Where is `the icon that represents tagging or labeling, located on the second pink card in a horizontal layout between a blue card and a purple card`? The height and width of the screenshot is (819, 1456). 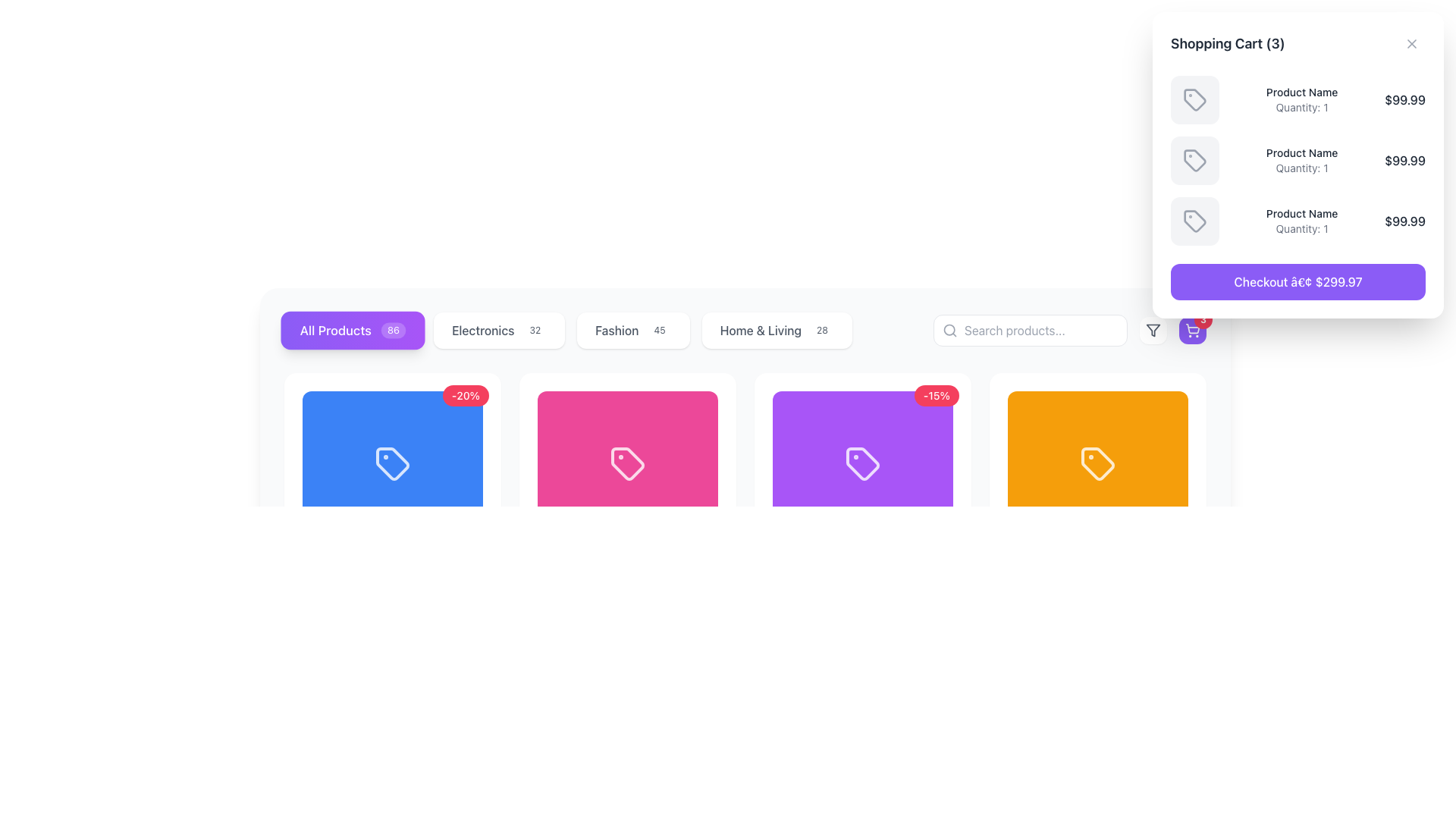
the icon that represents tagging or labeling, located on the second pink card in a horizontal layout between a blue card and a purple card is located at coordinates (628, 463).